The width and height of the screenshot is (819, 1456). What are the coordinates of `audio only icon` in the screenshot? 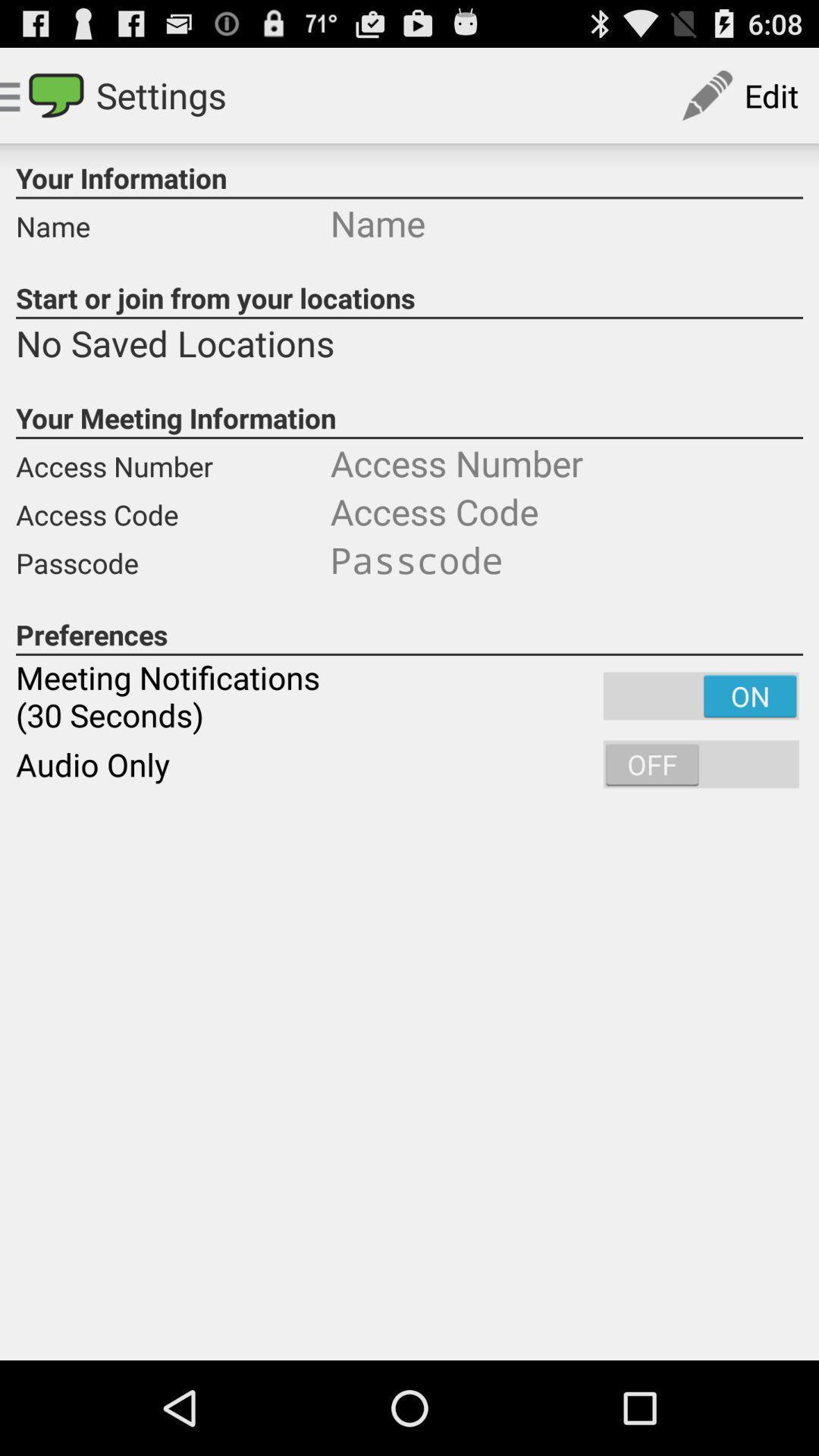 It's located at (409, 764).